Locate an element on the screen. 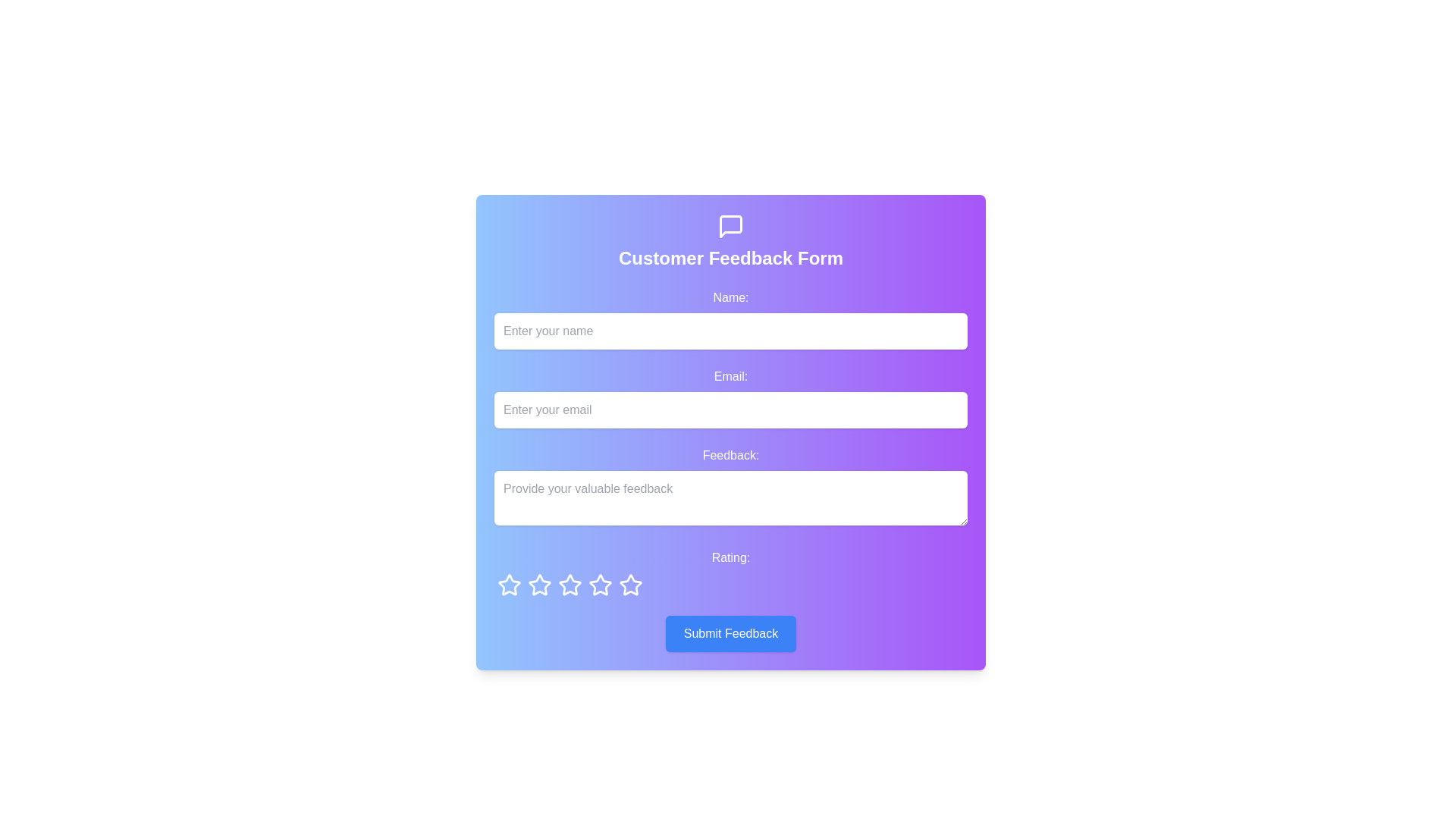 Image resolution: width=1456 pixels, height=819 pixels. the submit button located at the bottom of the form is located at coordinates (731, 634).